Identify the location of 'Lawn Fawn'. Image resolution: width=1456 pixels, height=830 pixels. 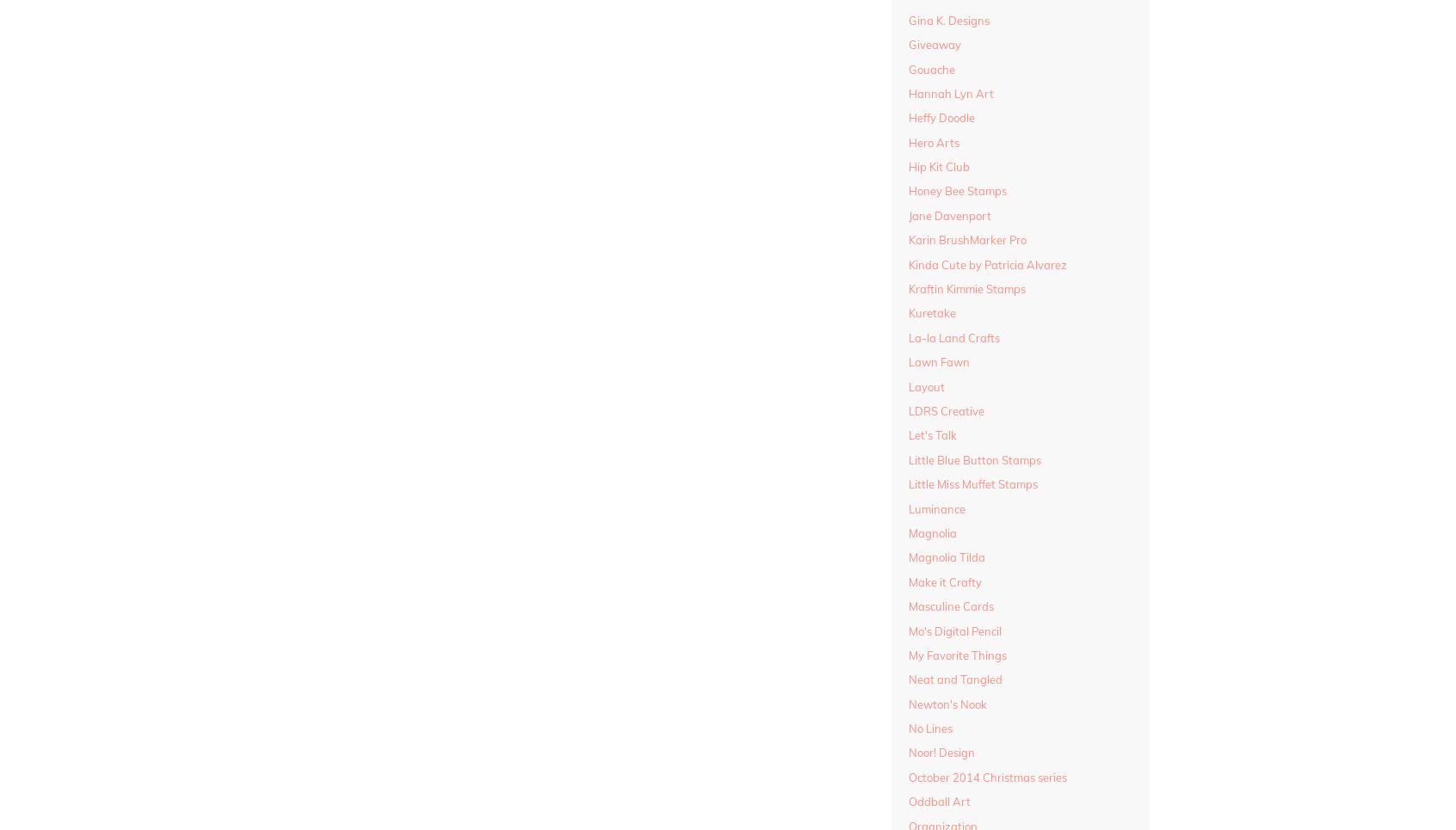
(906, 362).